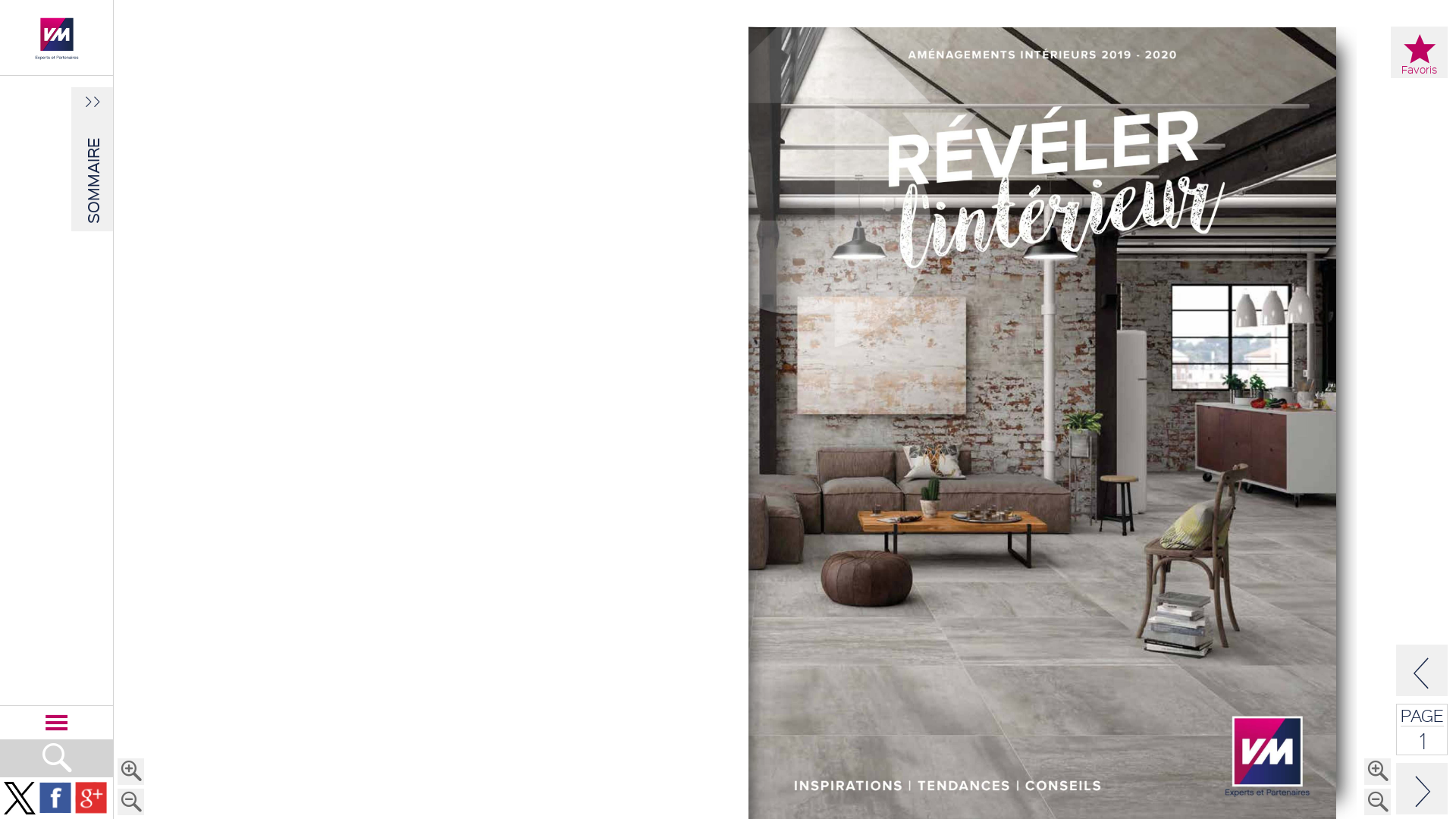 Image resolution: width=1456 pixels, height=819 pixels. What do you see at coordinates (1422, 739) in the screenshot?
I see `'1'` at bounding box center [1422, 739].